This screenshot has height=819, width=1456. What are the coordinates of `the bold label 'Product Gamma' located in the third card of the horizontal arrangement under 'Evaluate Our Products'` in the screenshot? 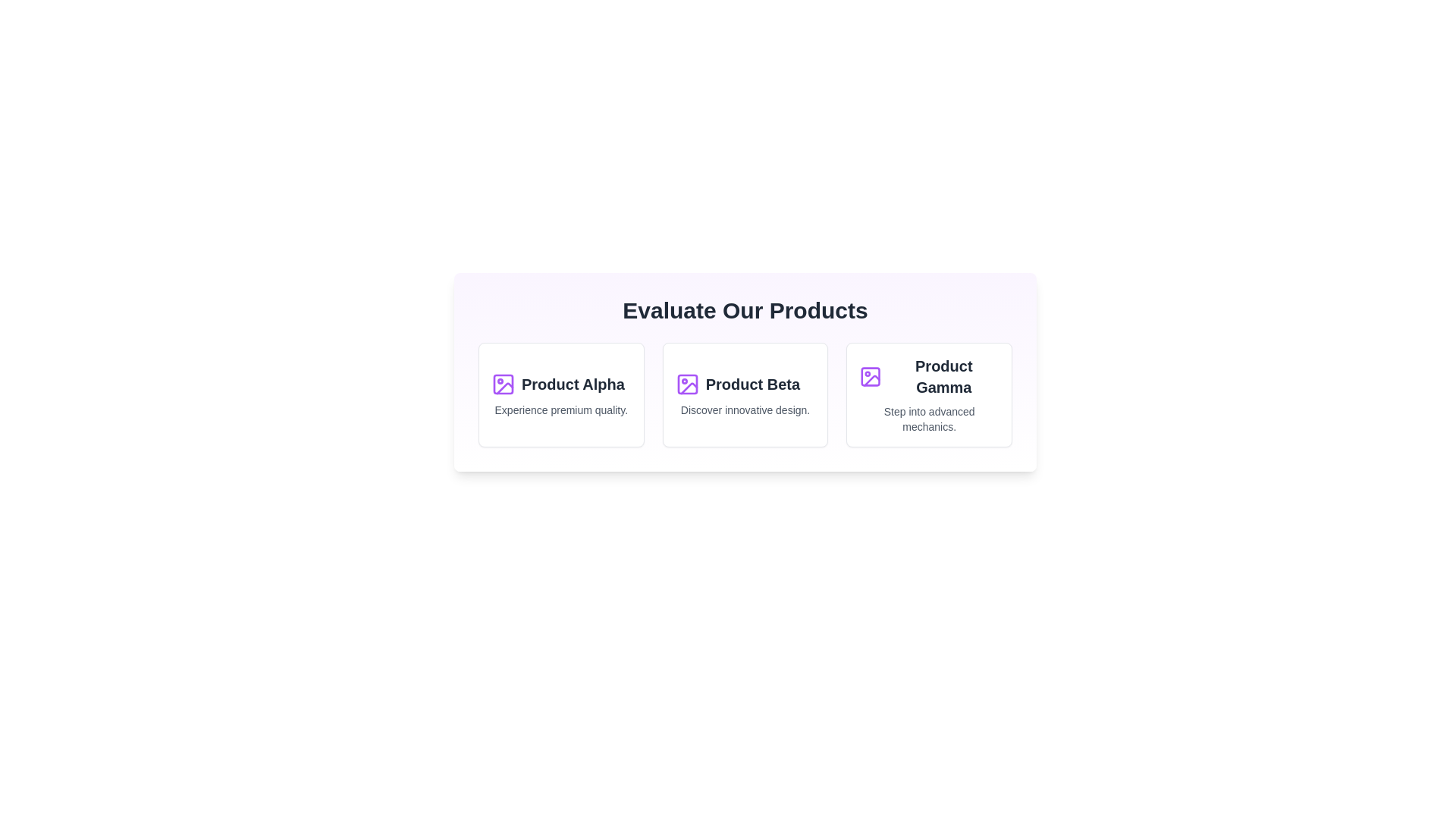 It's located at (928, 376).